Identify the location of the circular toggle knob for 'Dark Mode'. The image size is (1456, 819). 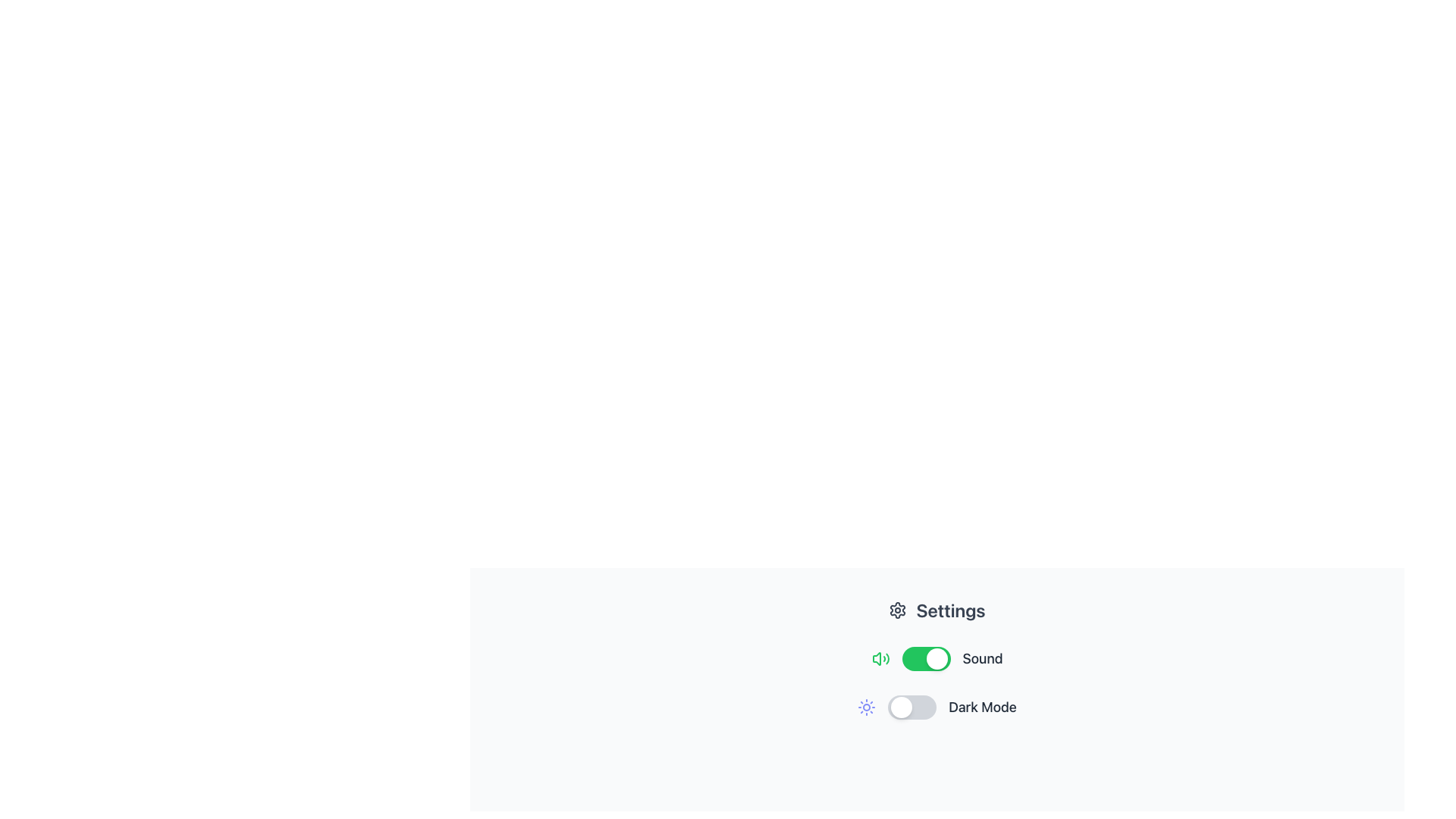
(902, 708).